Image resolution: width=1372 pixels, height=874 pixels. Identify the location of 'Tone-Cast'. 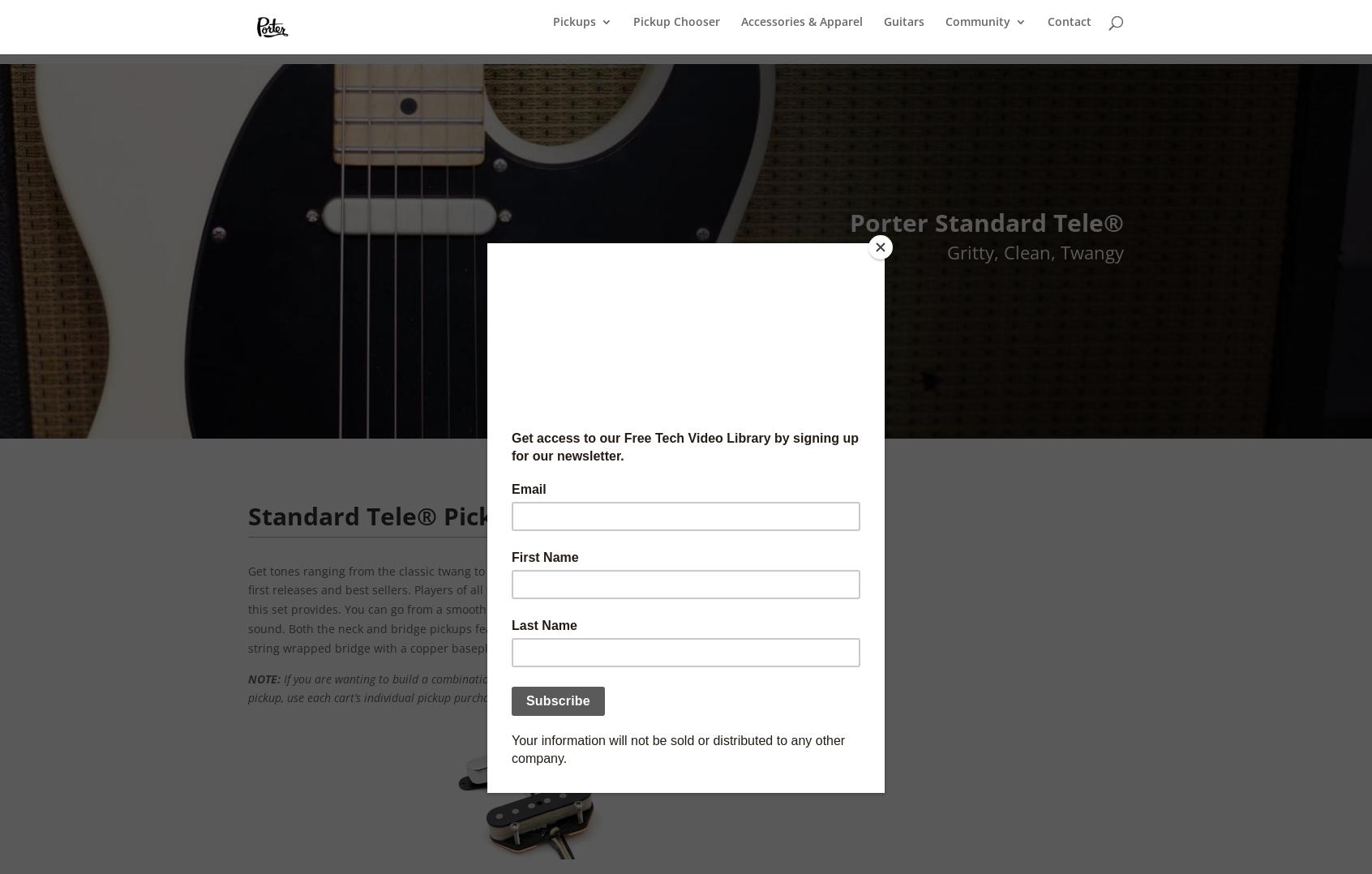
(1005, 260).